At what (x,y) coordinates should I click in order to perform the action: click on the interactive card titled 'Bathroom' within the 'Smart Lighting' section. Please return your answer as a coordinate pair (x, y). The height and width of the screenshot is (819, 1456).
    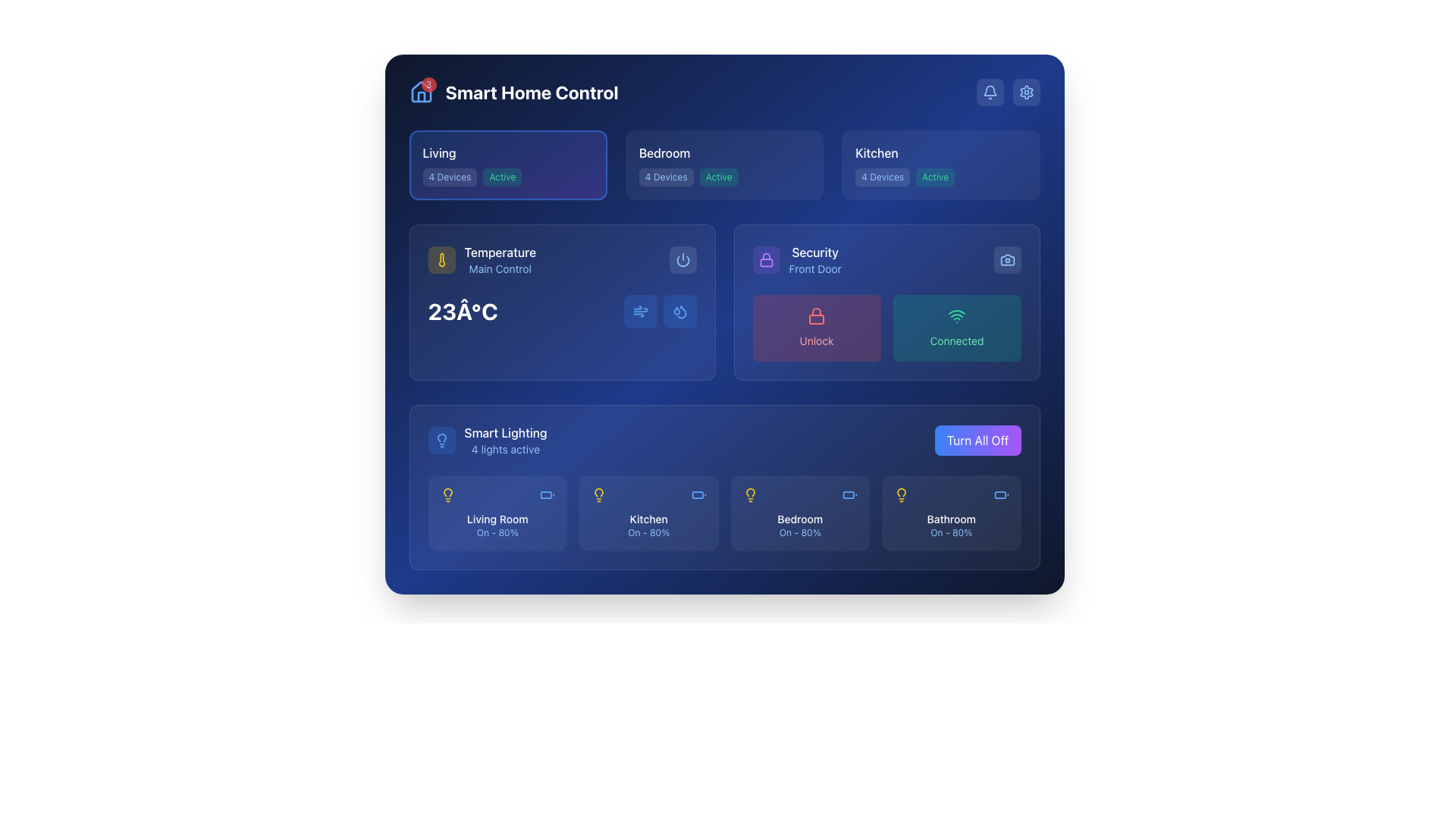
    Looking at the image, I should click on (950, 513).